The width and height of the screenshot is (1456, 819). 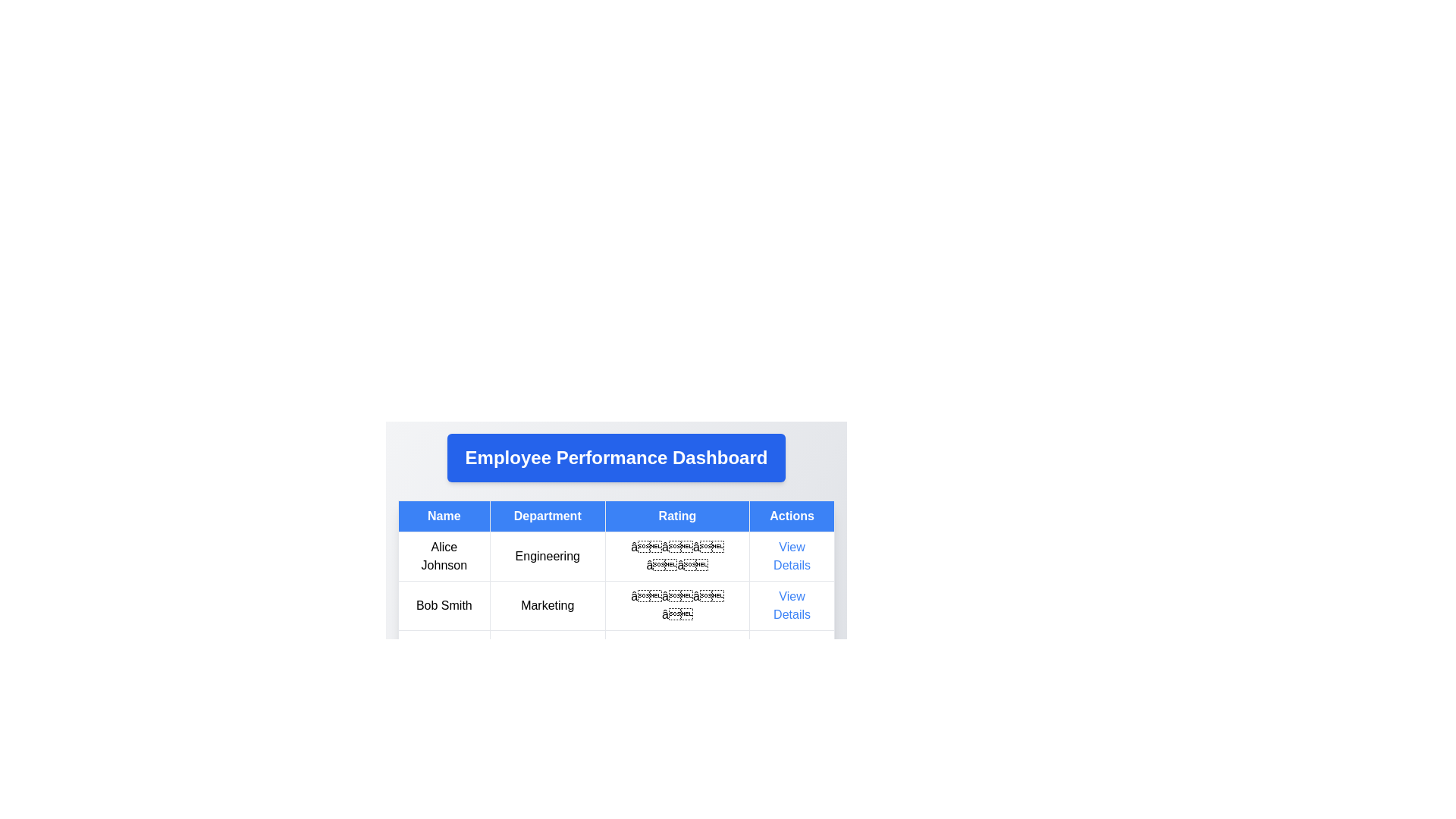 What do you see at coordinates (616, 604) in the screenshot?
I see `the second row in the table that contains the name 'Bob Smith', the department 'Marketing', and a rating display with four stars` at bounding box center [616, 604].